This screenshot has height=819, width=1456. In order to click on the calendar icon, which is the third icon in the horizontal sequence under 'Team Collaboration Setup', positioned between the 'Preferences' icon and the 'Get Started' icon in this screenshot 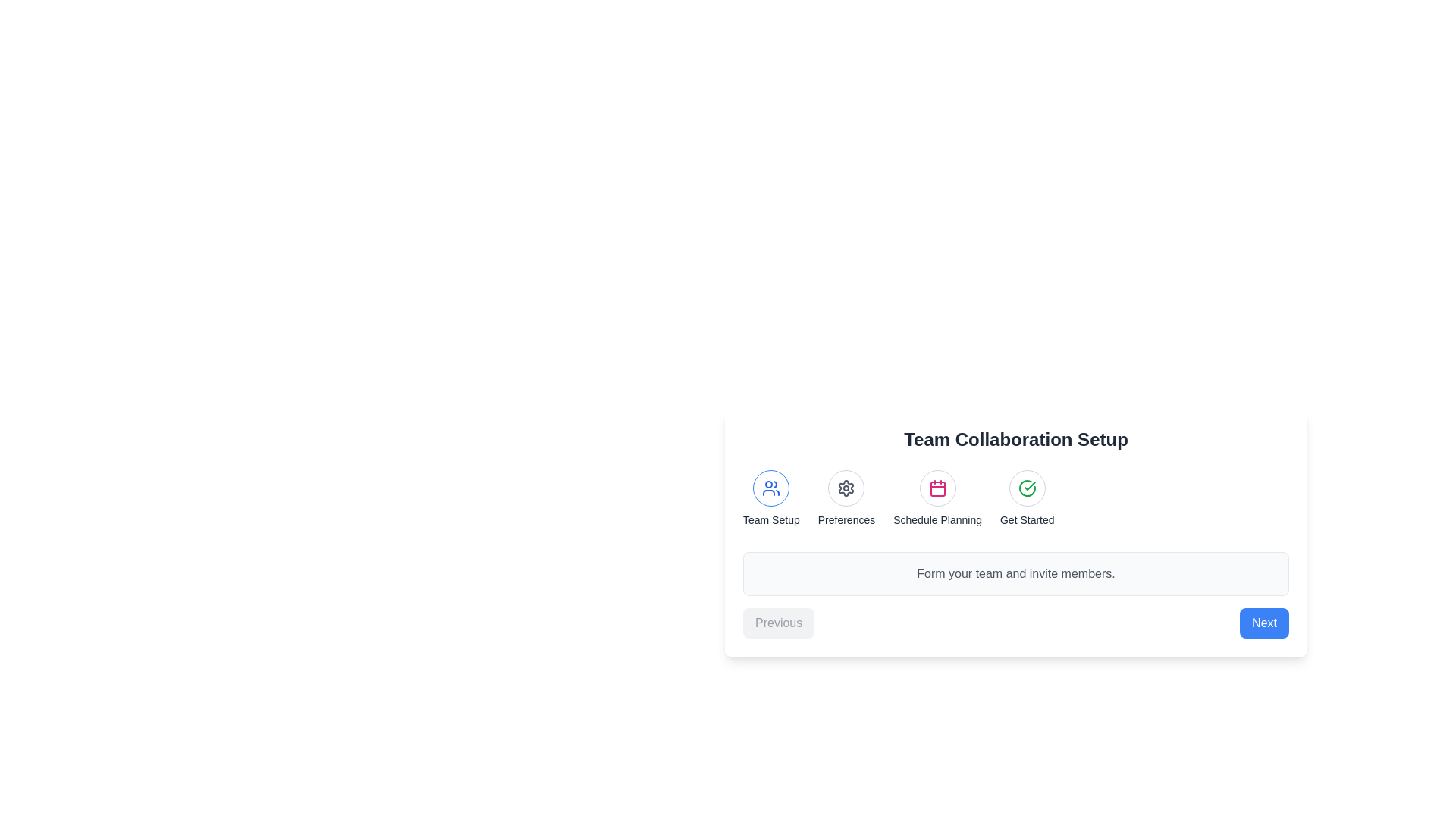, I will do `click(937, 488)`.